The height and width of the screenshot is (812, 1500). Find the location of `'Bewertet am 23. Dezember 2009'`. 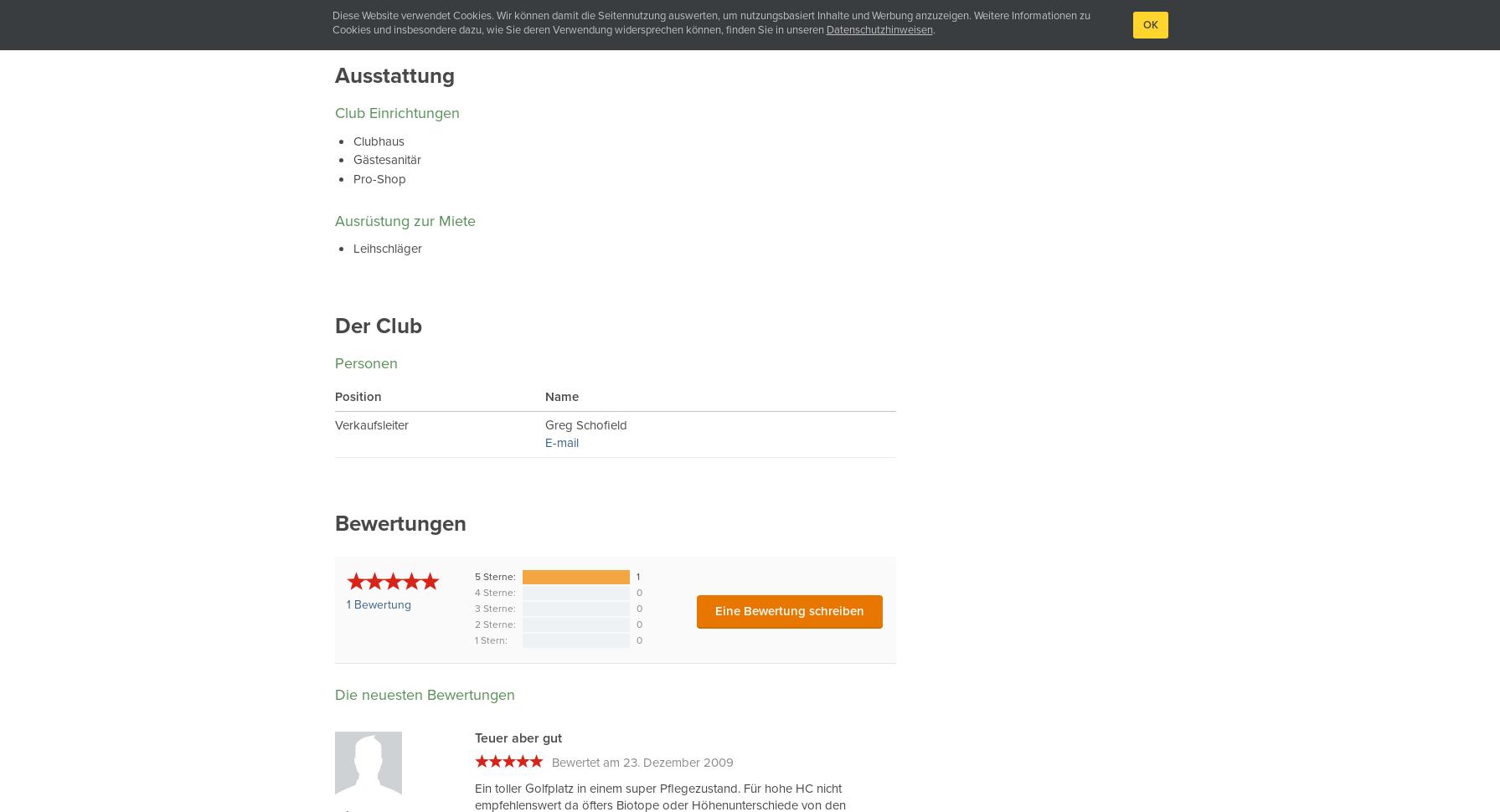

'Bewertet am 23. Dezember 2009' is located at coordinates (642, 763).